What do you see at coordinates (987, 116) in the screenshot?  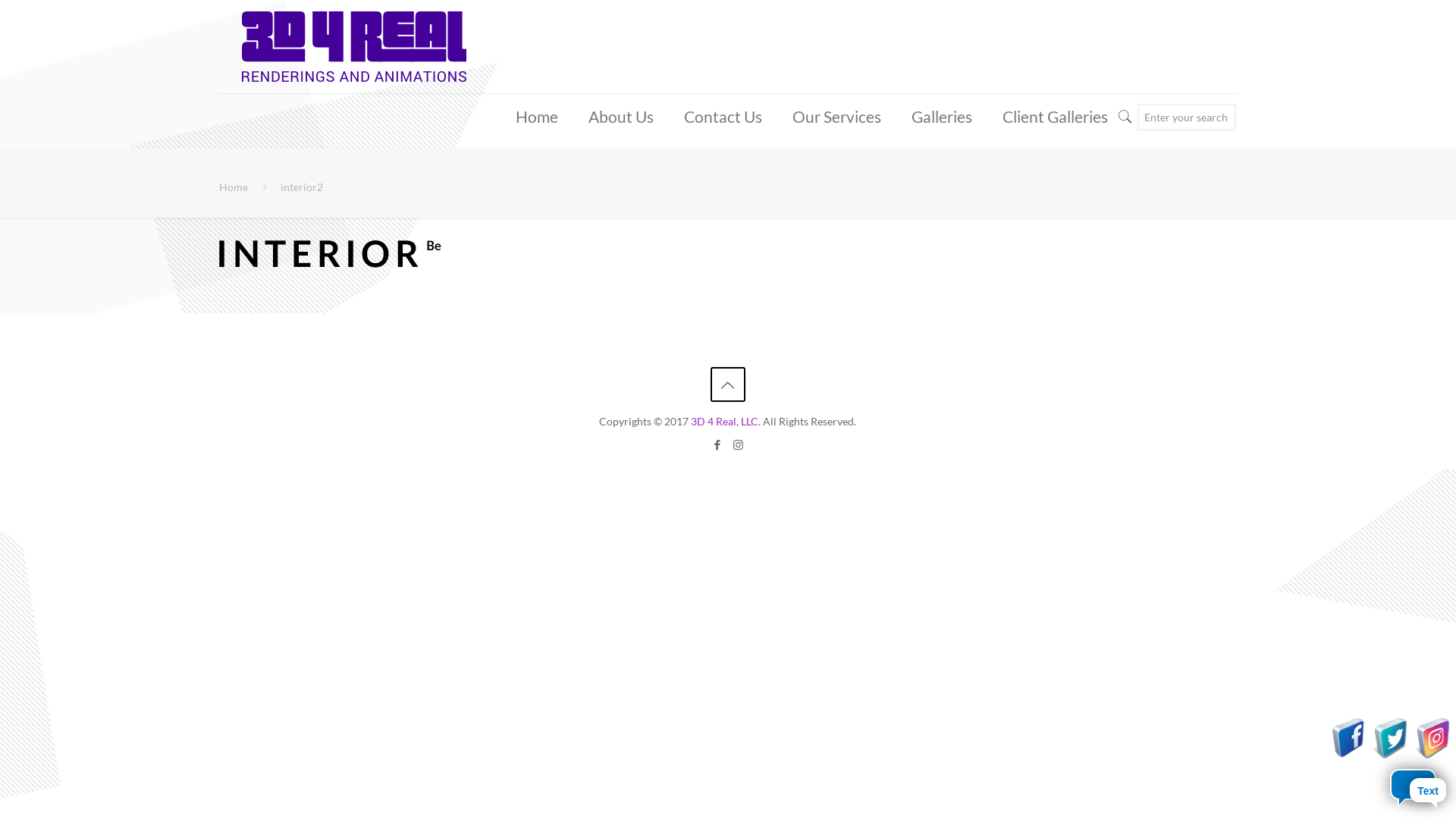 I see `'Client Galleries'` at bounding box center [987, 116].